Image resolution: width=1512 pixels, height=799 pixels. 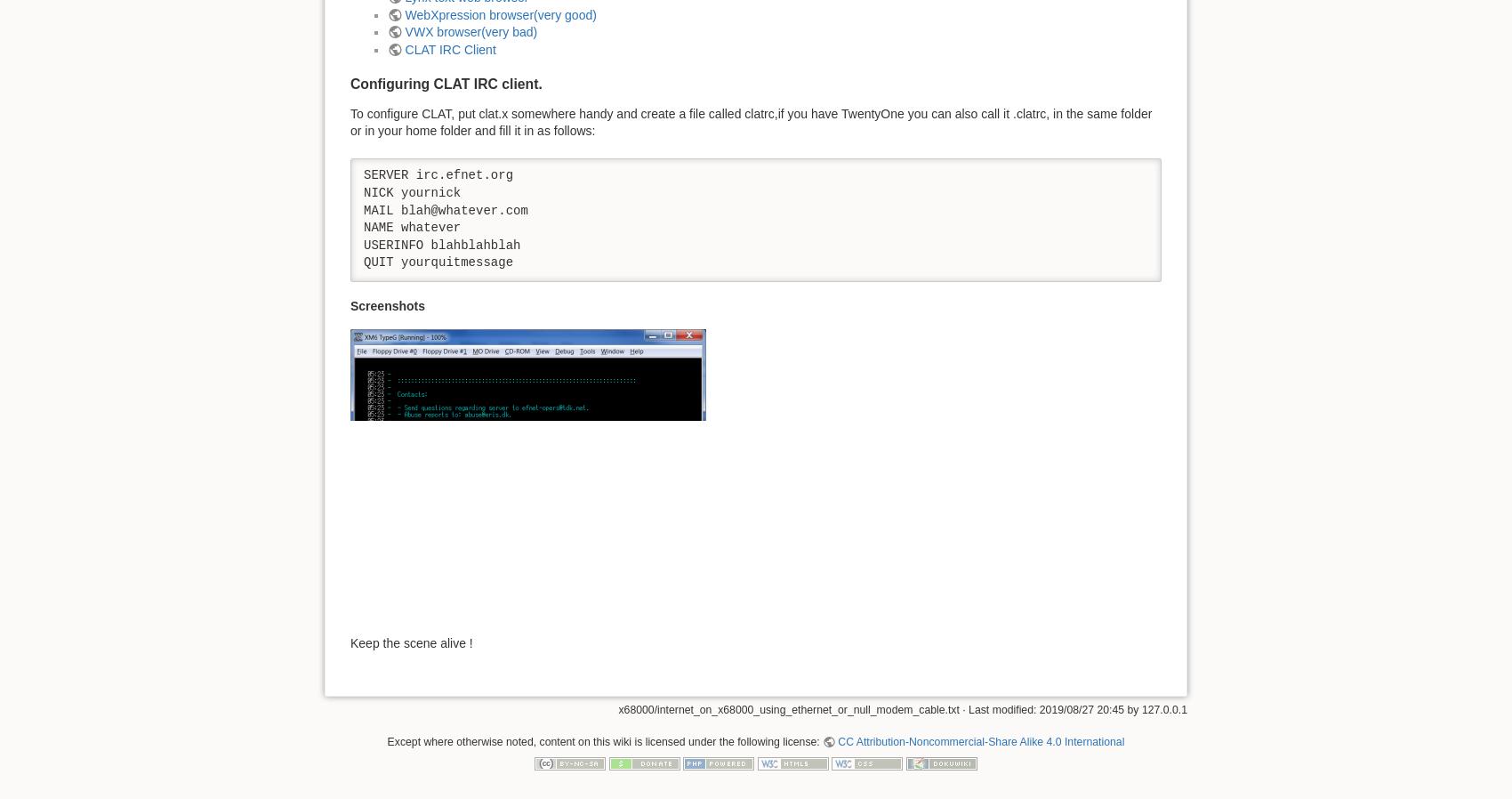 I want to click on 'CLAT IRC Client', so click(x=404, y=47).